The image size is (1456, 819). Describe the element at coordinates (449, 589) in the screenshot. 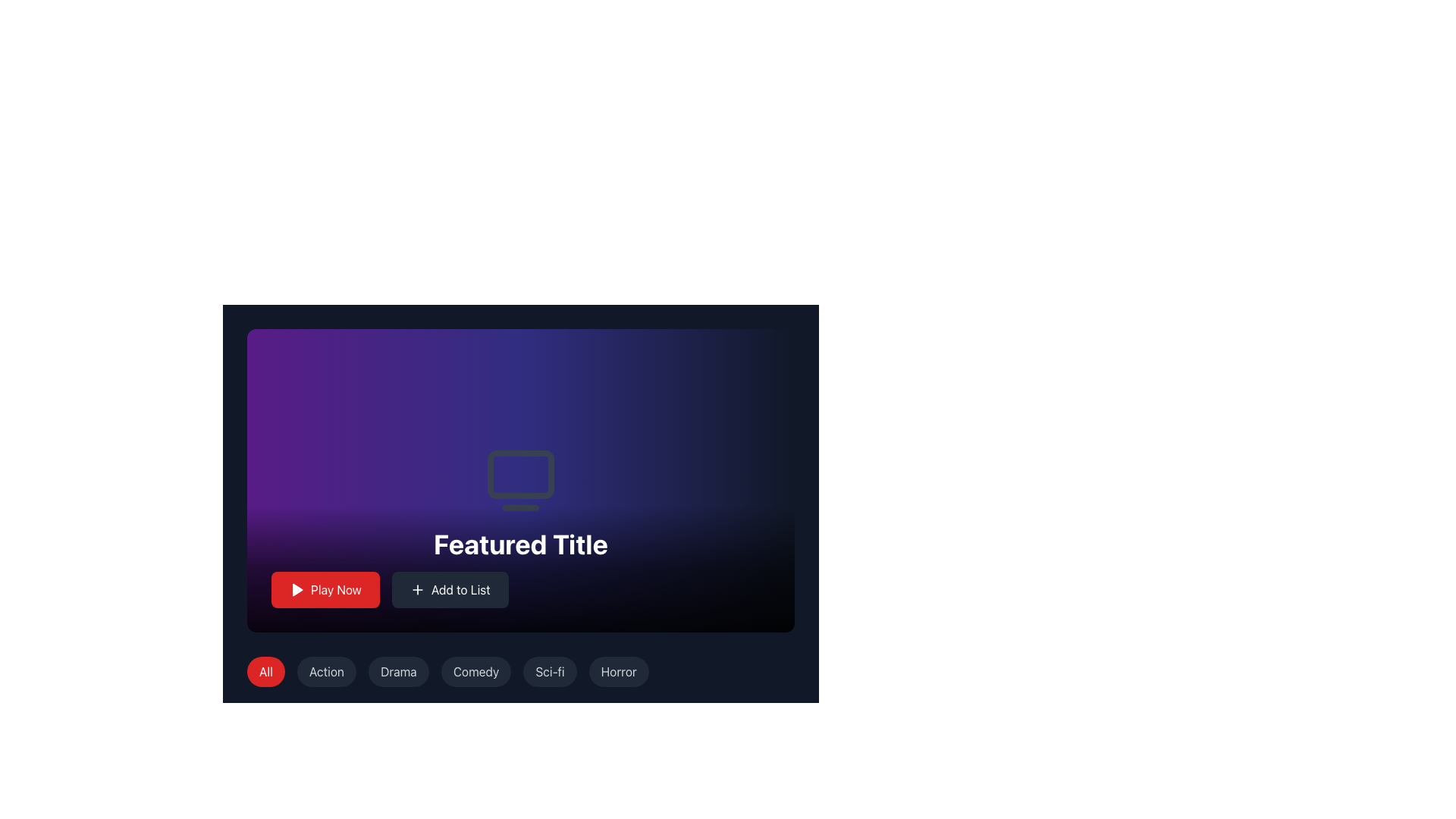

I see `the add-to-list button located to the right of the 'Play Now' button, centered vertically below the 'Featured Title' heading and above genre tags` at that location.